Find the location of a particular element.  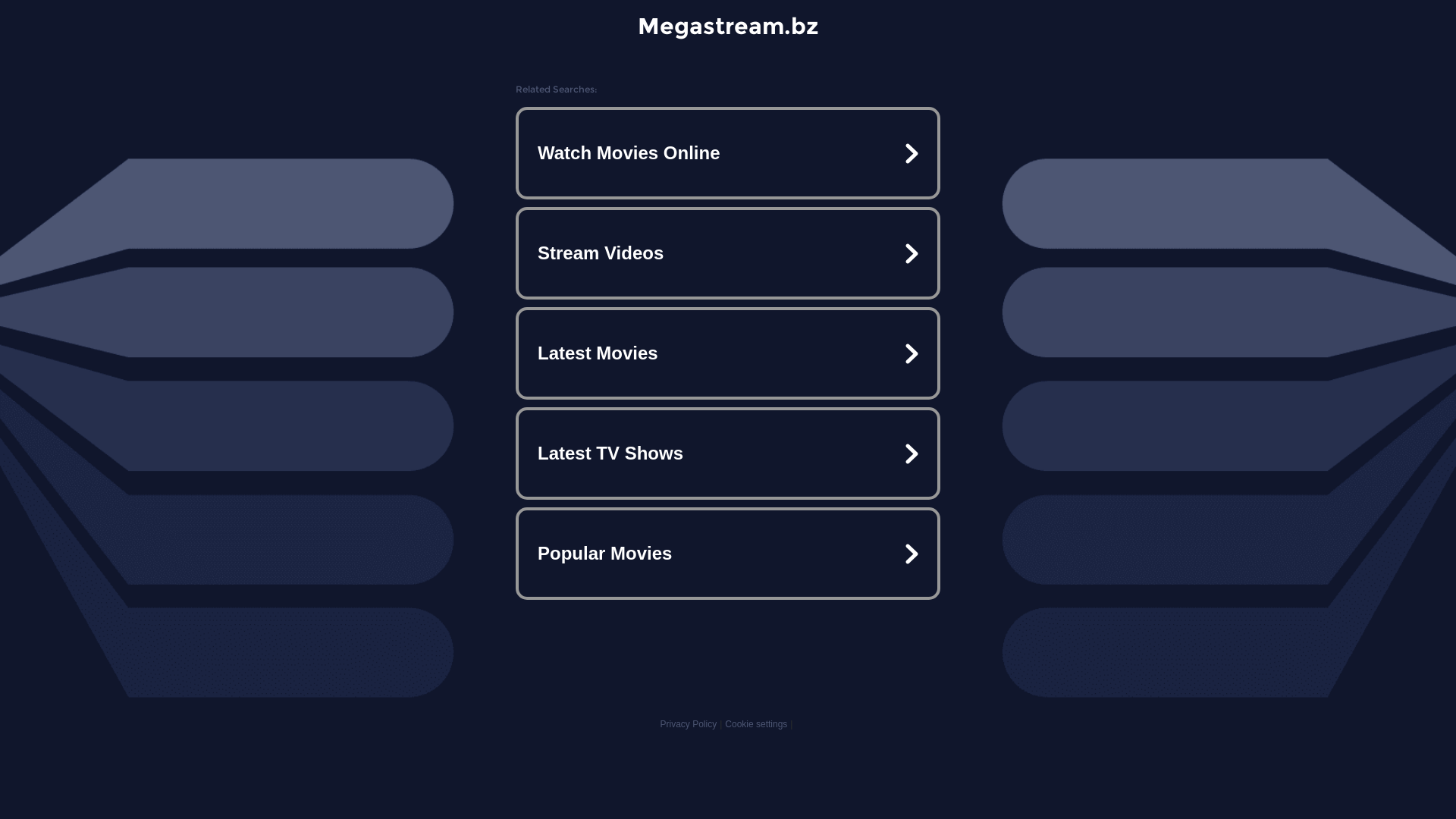

'Stream Videos' is located at coordinates (728, 253).